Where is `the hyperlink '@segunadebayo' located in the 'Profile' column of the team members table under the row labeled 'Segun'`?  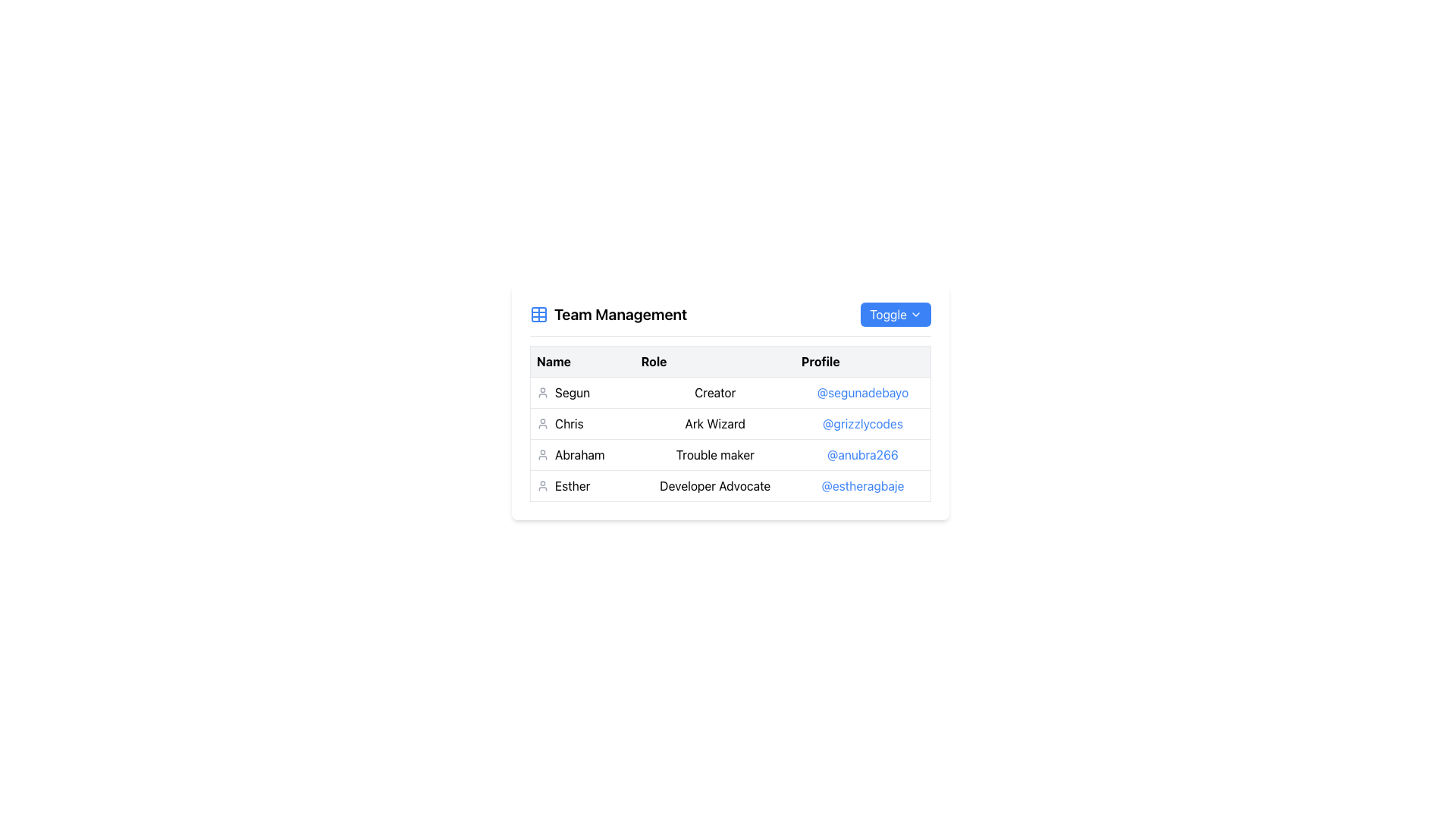 the hyperlink '@segunadebayo' located in the 'Profile' column of the team members table under the row labeled 'Segun' is located at coordinates (863, 391).